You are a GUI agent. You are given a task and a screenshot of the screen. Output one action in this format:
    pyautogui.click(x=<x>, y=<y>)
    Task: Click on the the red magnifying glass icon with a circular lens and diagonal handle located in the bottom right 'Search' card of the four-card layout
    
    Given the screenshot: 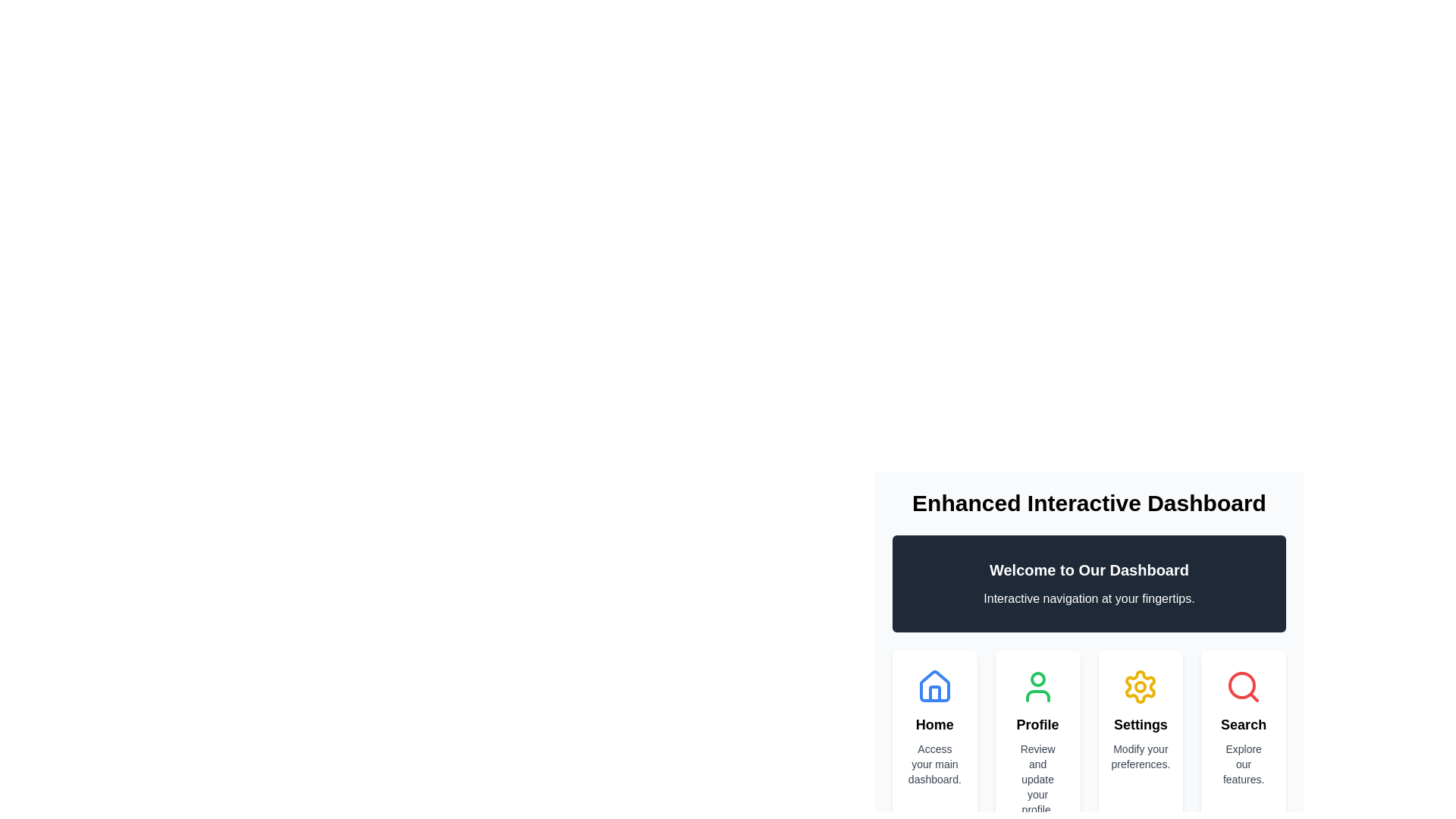 What is the action you would take?
    pyautogui.click(x=1244, y=687)
    